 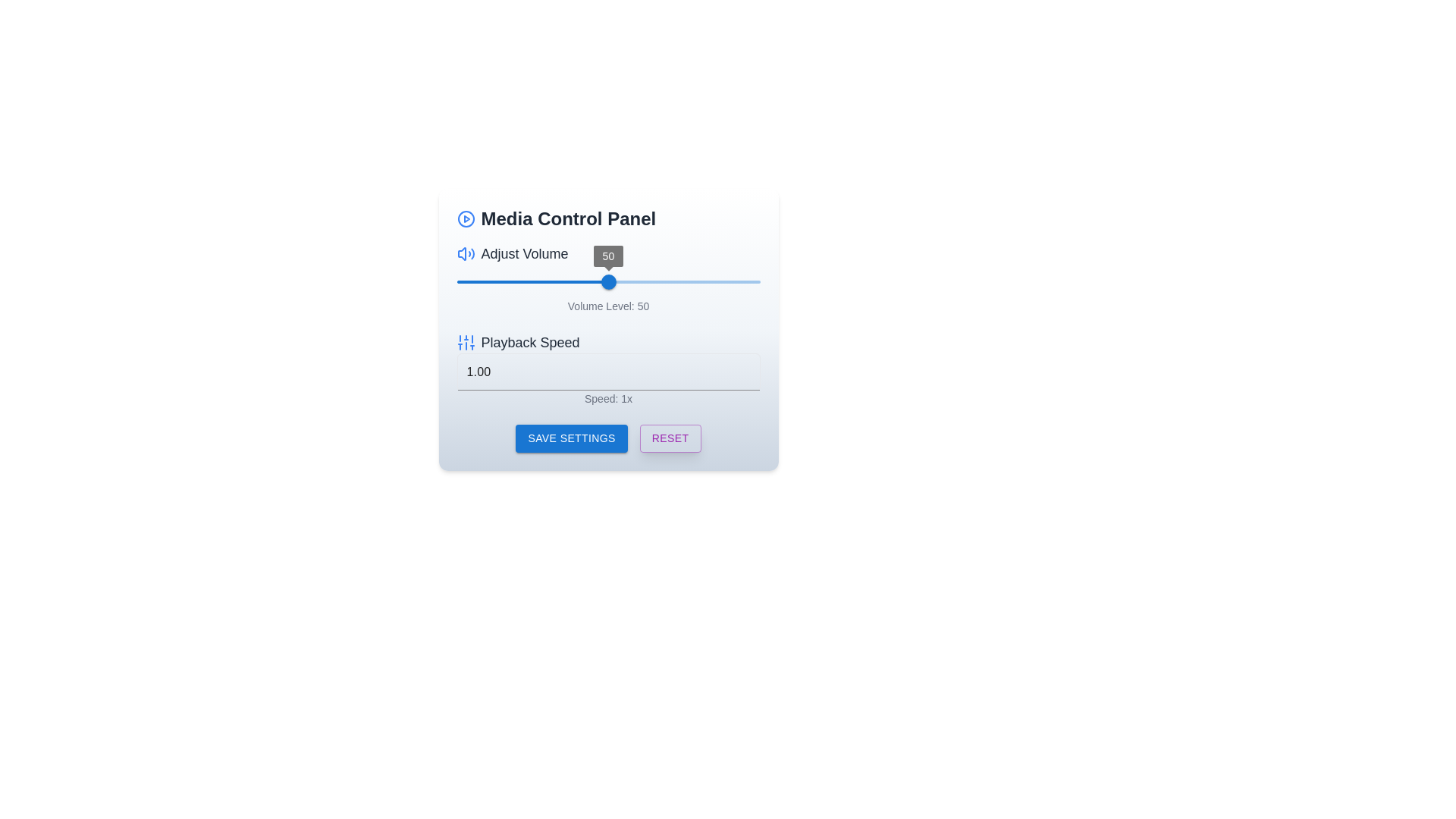 I want to click on the text label with an icon that indicates volume adjustment functionality, located at the top left of the media control panel, so click(x=608, y=253).